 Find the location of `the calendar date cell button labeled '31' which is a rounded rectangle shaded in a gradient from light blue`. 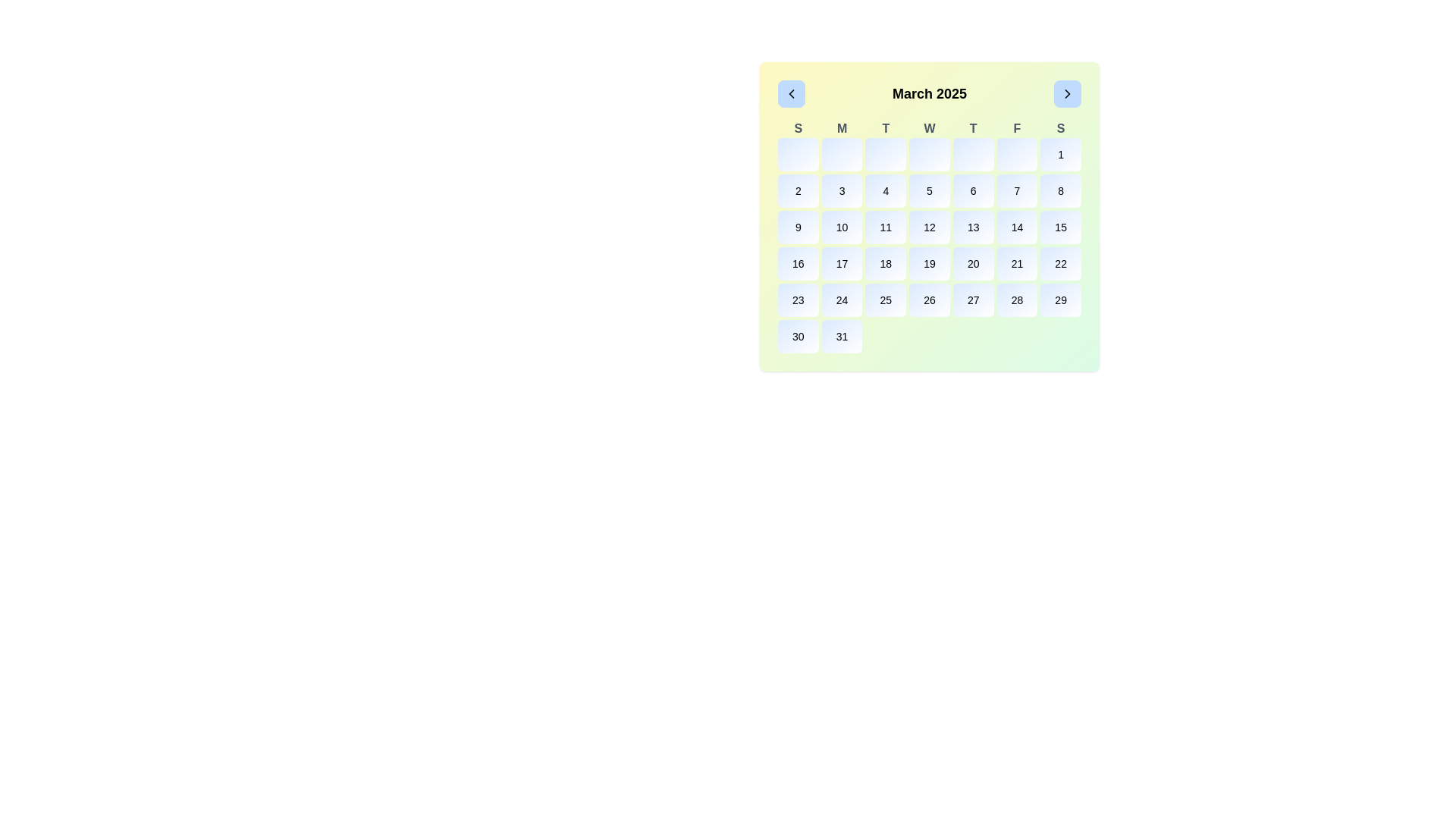

the calendar date cell button labeled '31' which is a rounded rectangle shaded in a gradient from light blue is located at coordinates (841, 335).